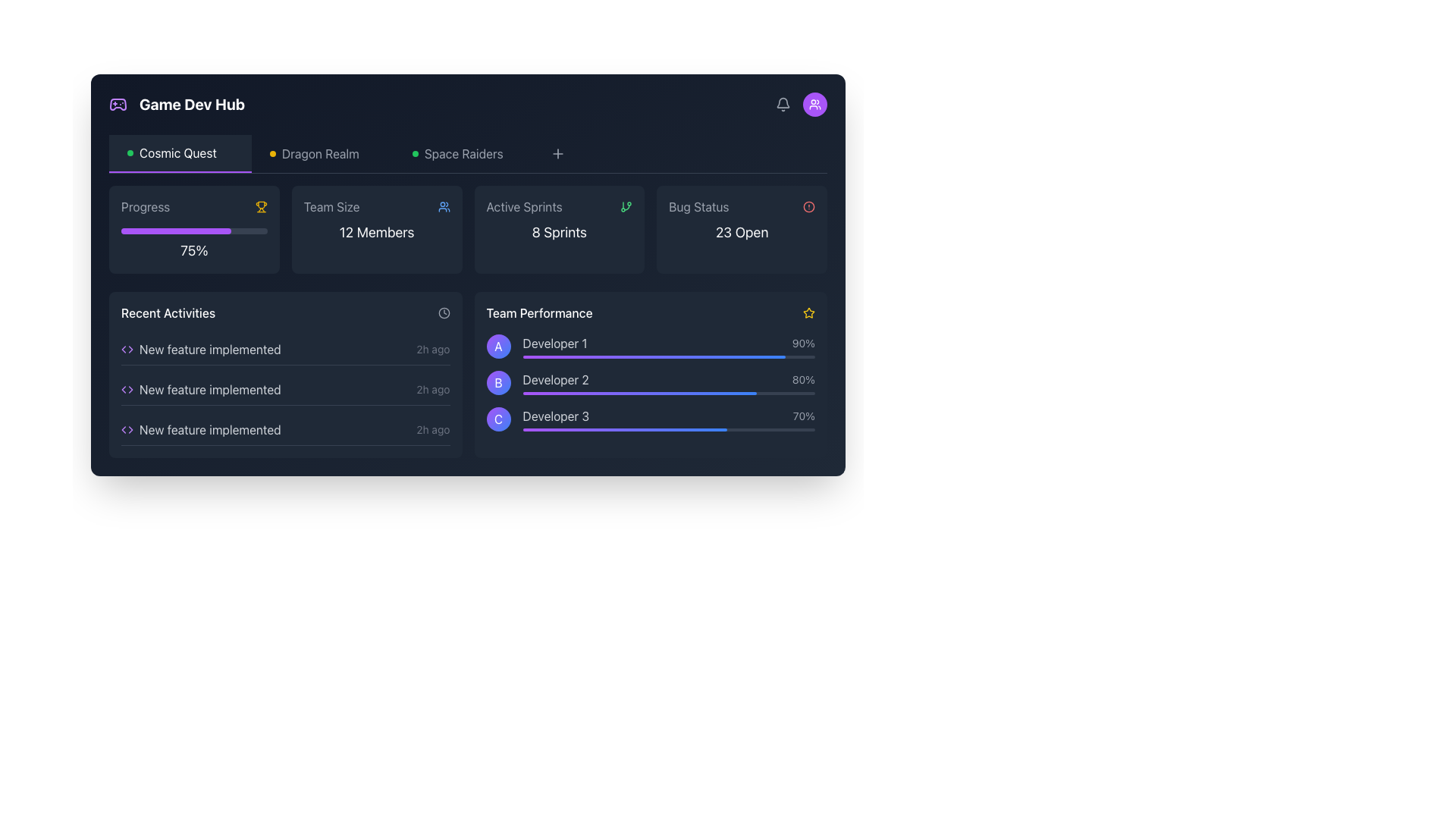  I want to click on the icon in the top-right corner of the 'Recent Activities' section, which represents time or recency, so click(443, 312).